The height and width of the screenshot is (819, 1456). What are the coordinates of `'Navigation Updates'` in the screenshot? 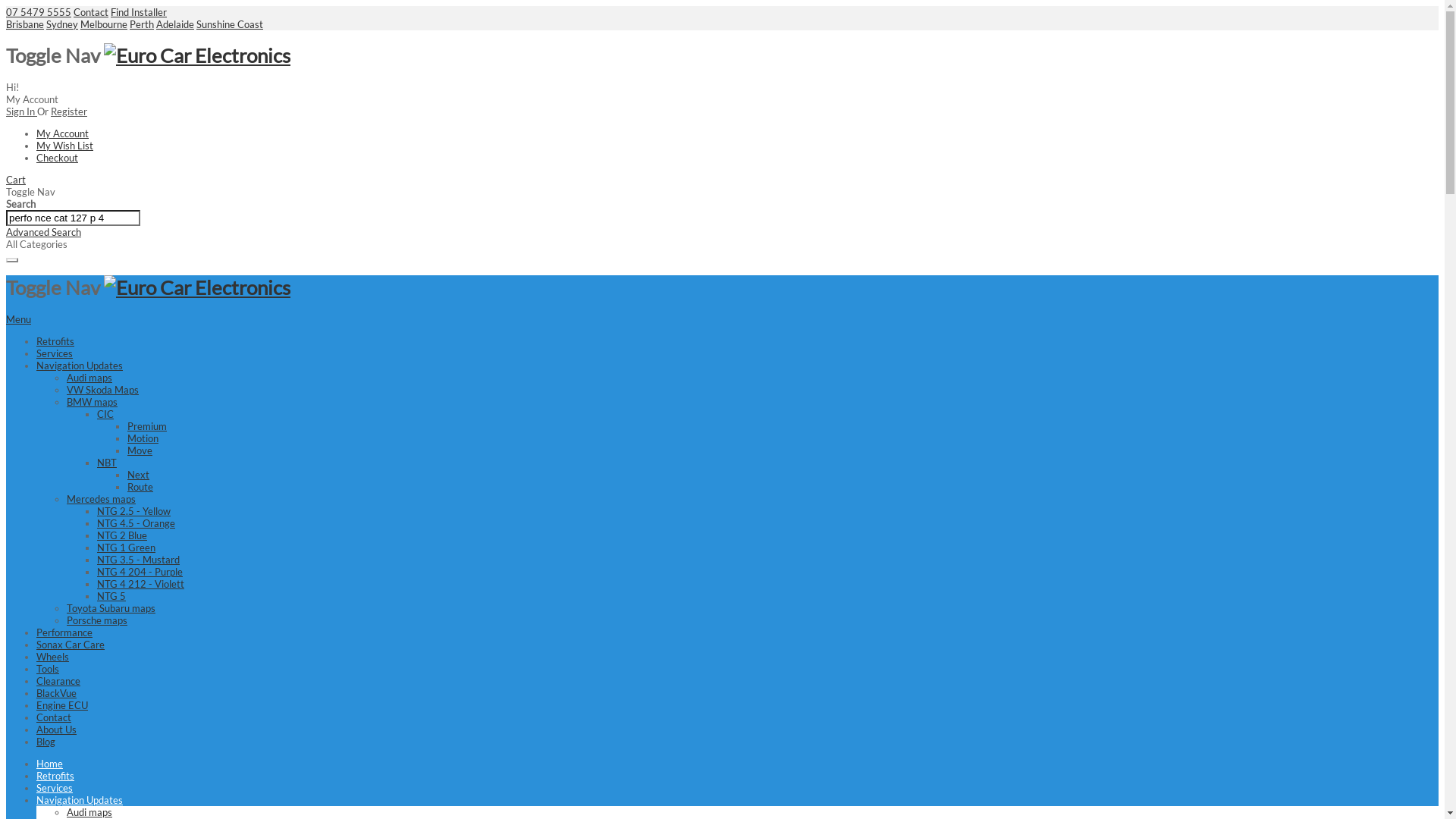 It's located at (79, 366).